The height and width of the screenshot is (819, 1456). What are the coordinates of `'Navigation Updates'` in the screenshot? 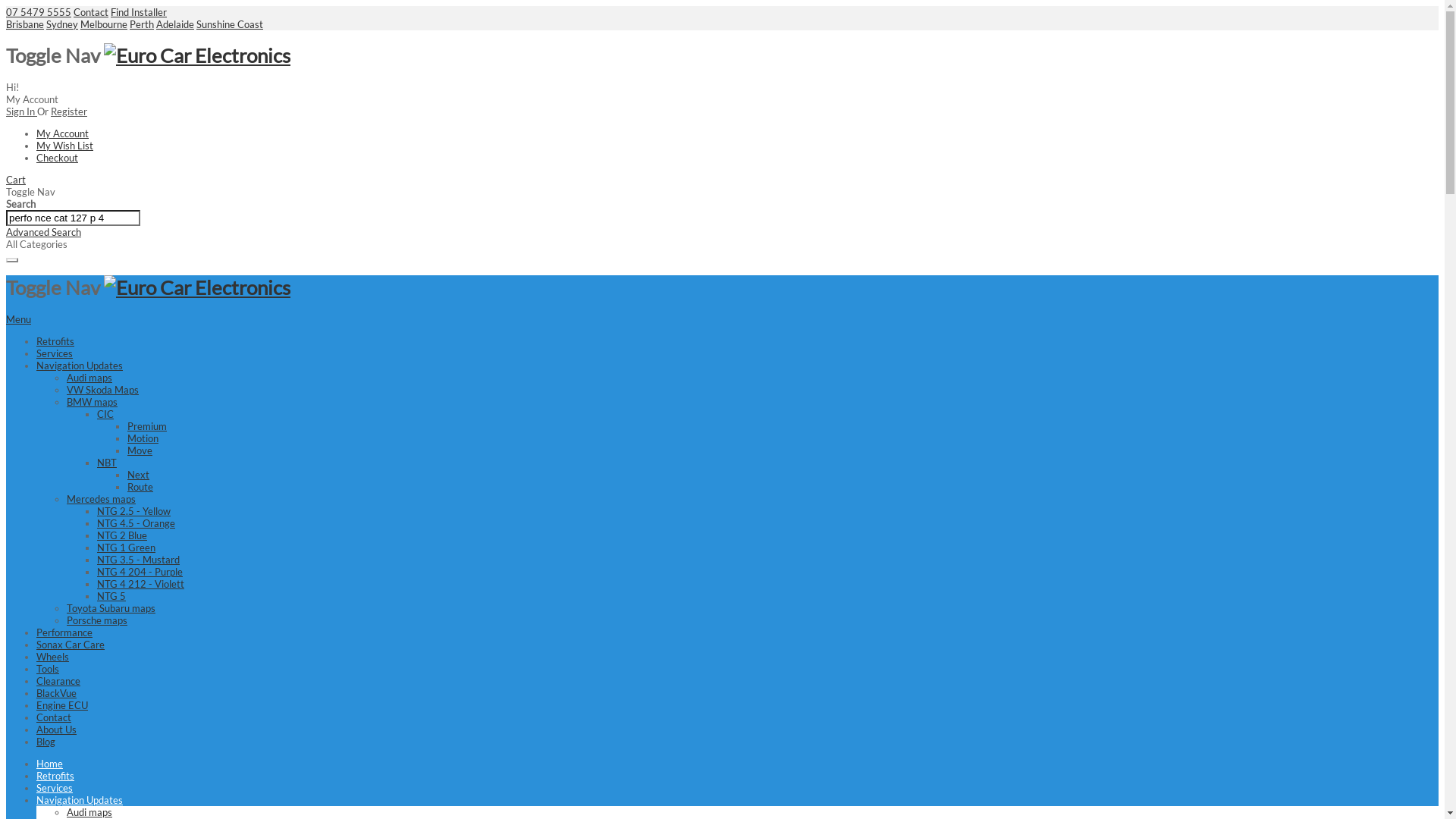 It's located at (79, 366).